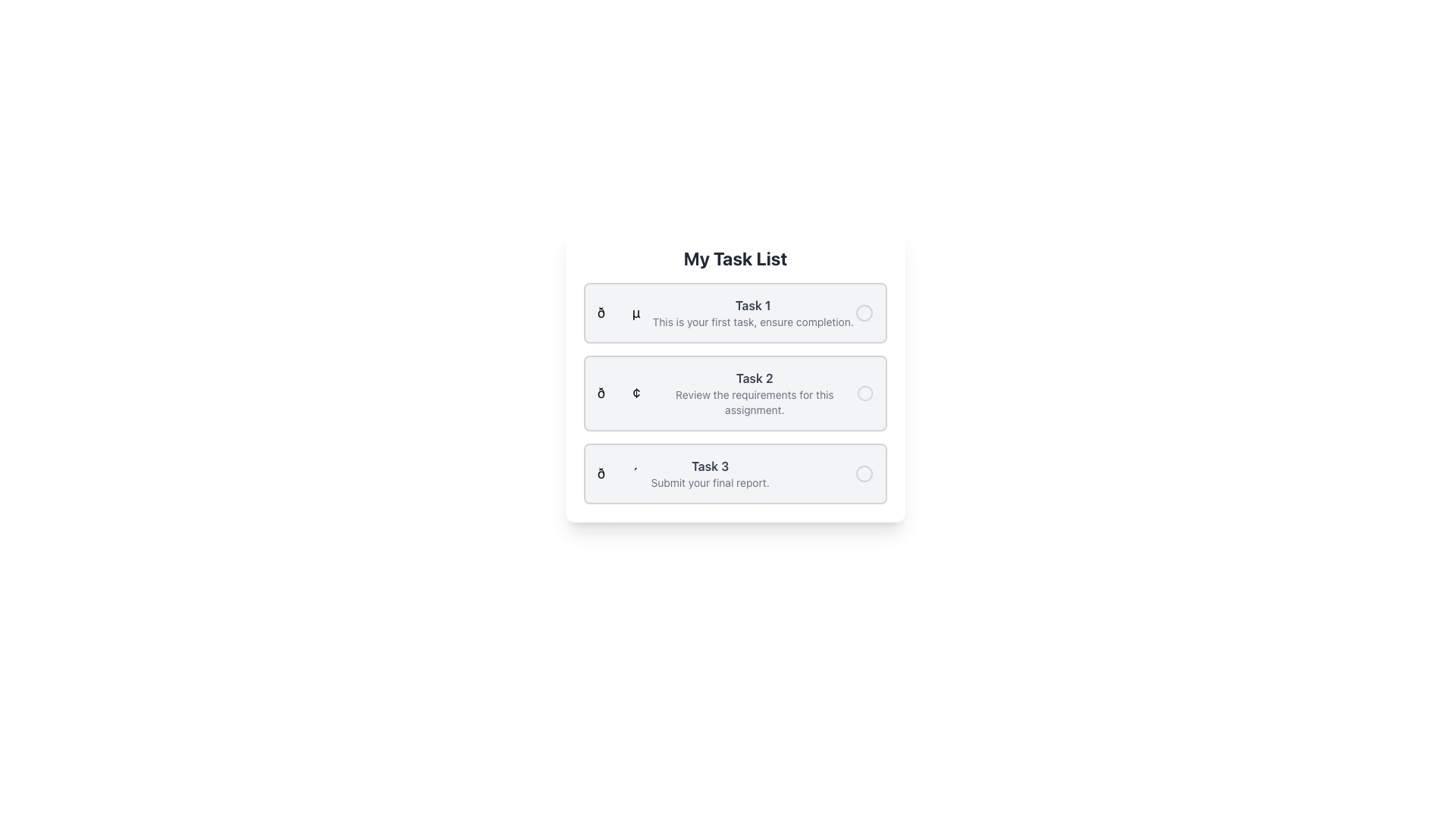 This screenshot has width=1456, height=819. Describe the element at coordinates (709, 472) in the screenshot. I see `the Text element that displays information about 'Task 3', located in the third interactive card of a vertical list of tasks` at that location.